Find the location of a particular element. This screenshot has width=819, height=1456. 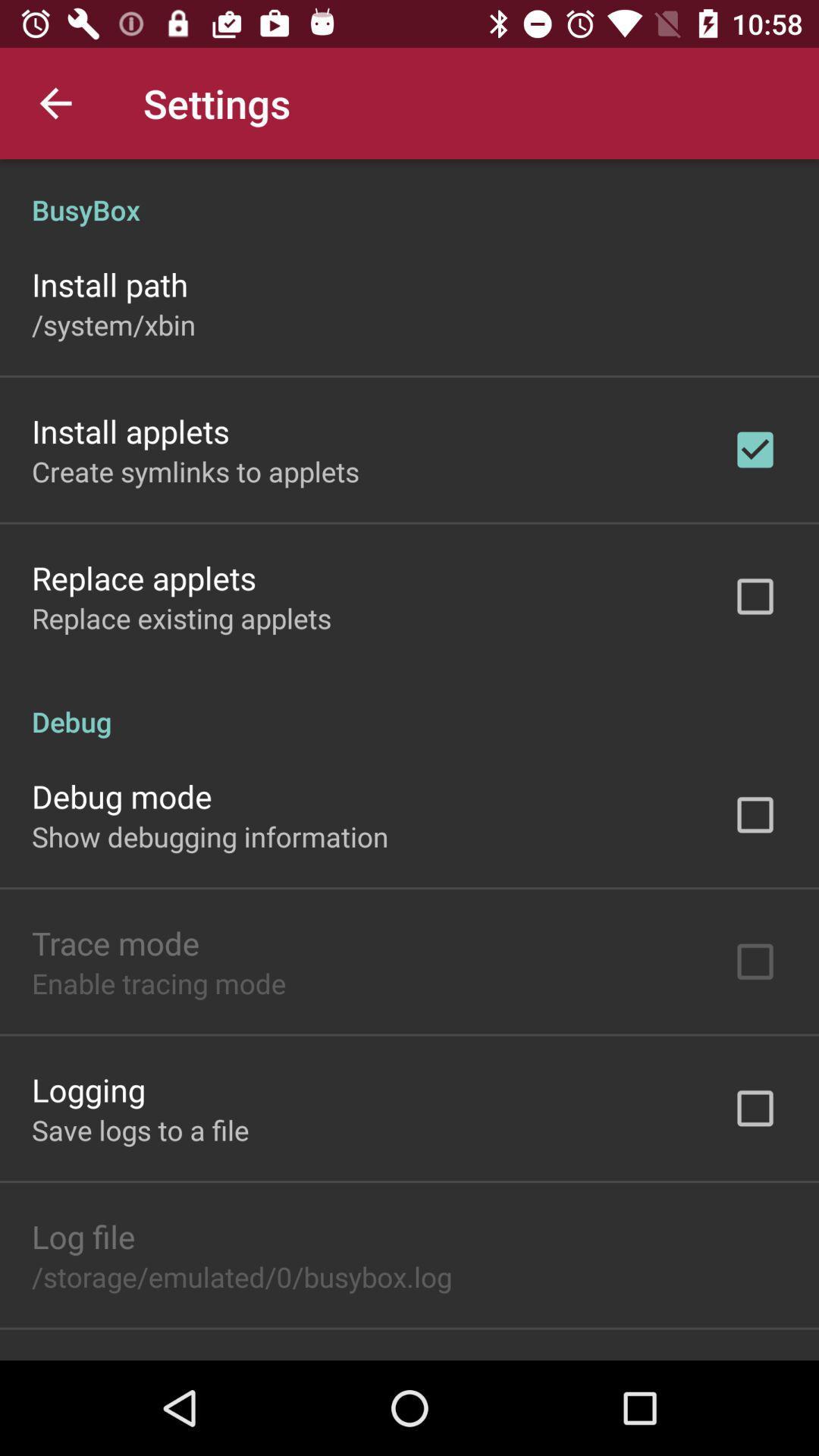

the item below logging item is located at coordinates (140, 1130).